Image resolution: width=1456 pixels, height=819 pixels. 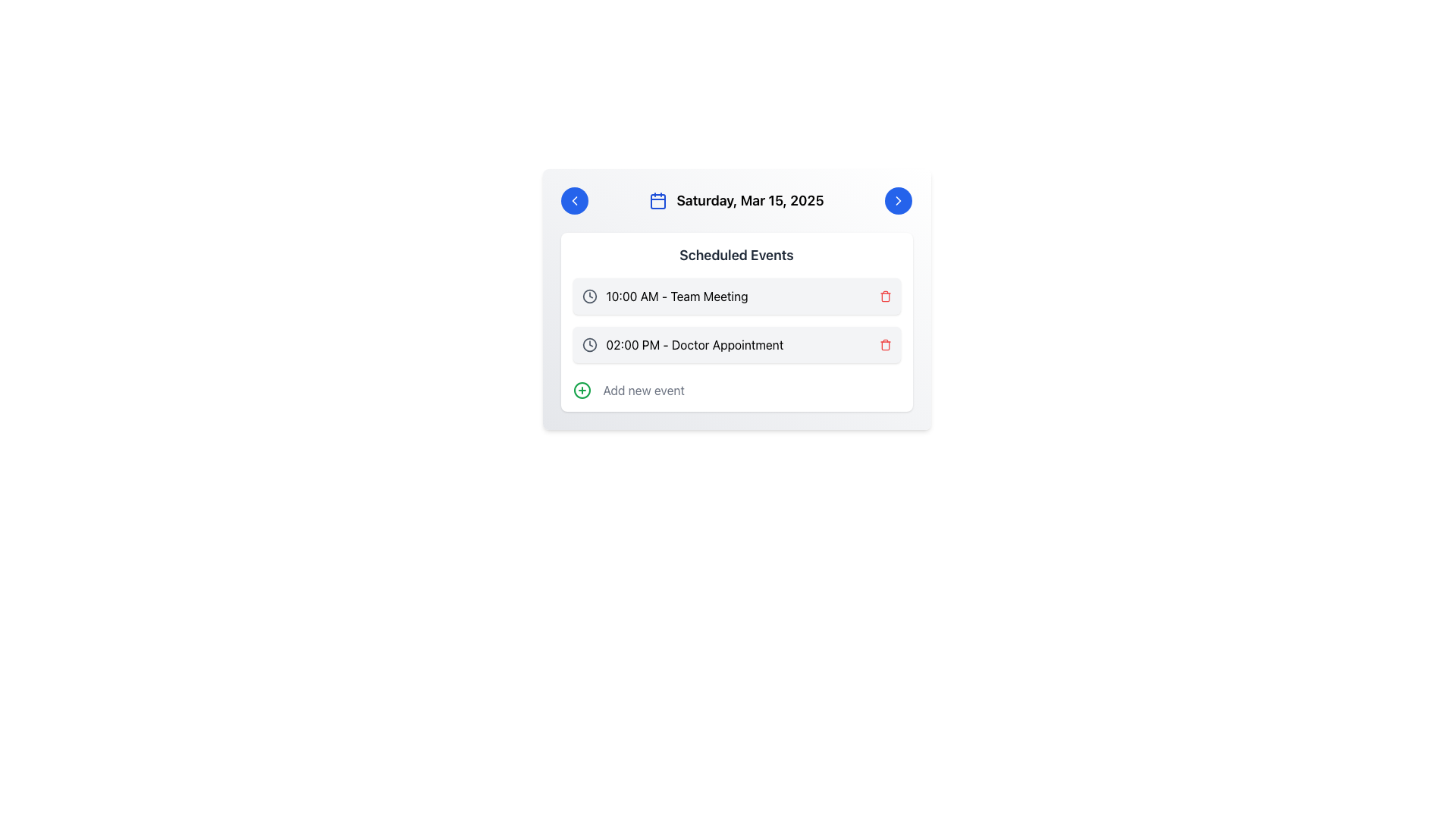 I want to click on the delete button icon represented by a trash can for the '02:00 PM - Doctor Appointment' event, so click(x=885, y=345).